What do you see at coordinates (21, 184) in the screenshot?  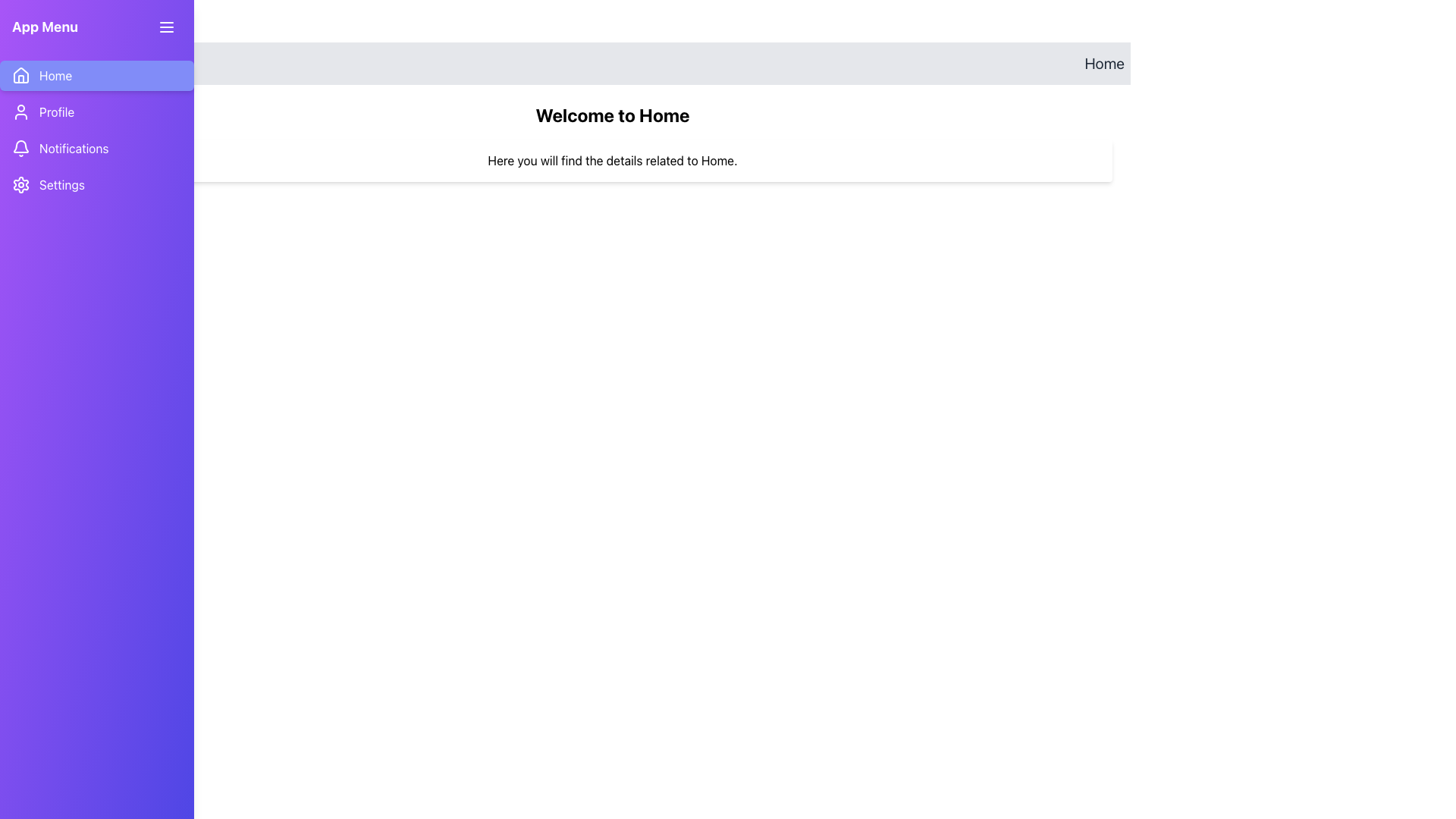 I see `the settings icon located in the navigation sidebar, which is positioned next to the 'Settings' label and appears fourth among other menu items` at bounding box center [21, 184].